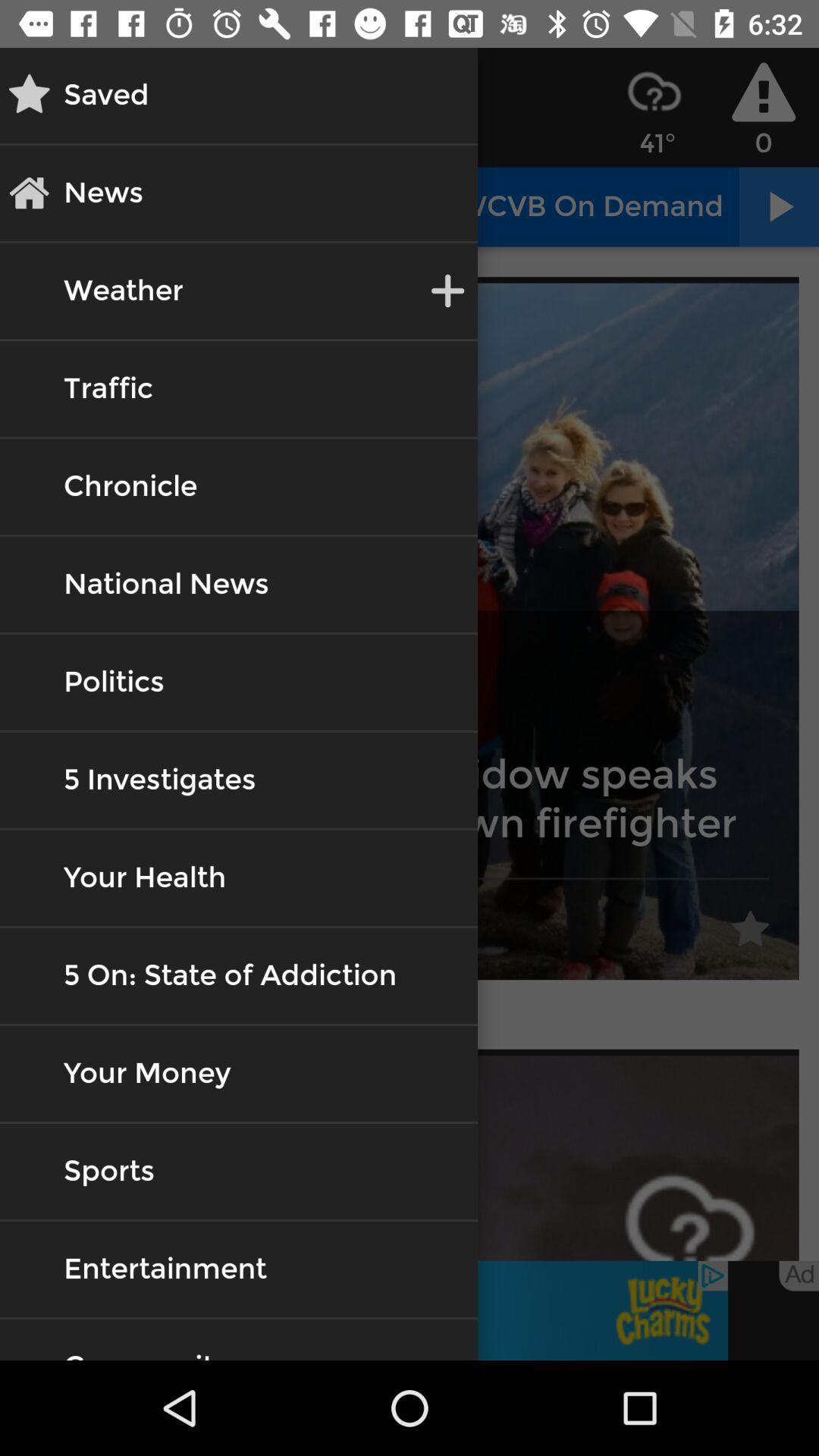  What do you see at coordinates (654, 90) in the screenshot?
I see `the icon which is above 41` at bounding box center [654, 90].